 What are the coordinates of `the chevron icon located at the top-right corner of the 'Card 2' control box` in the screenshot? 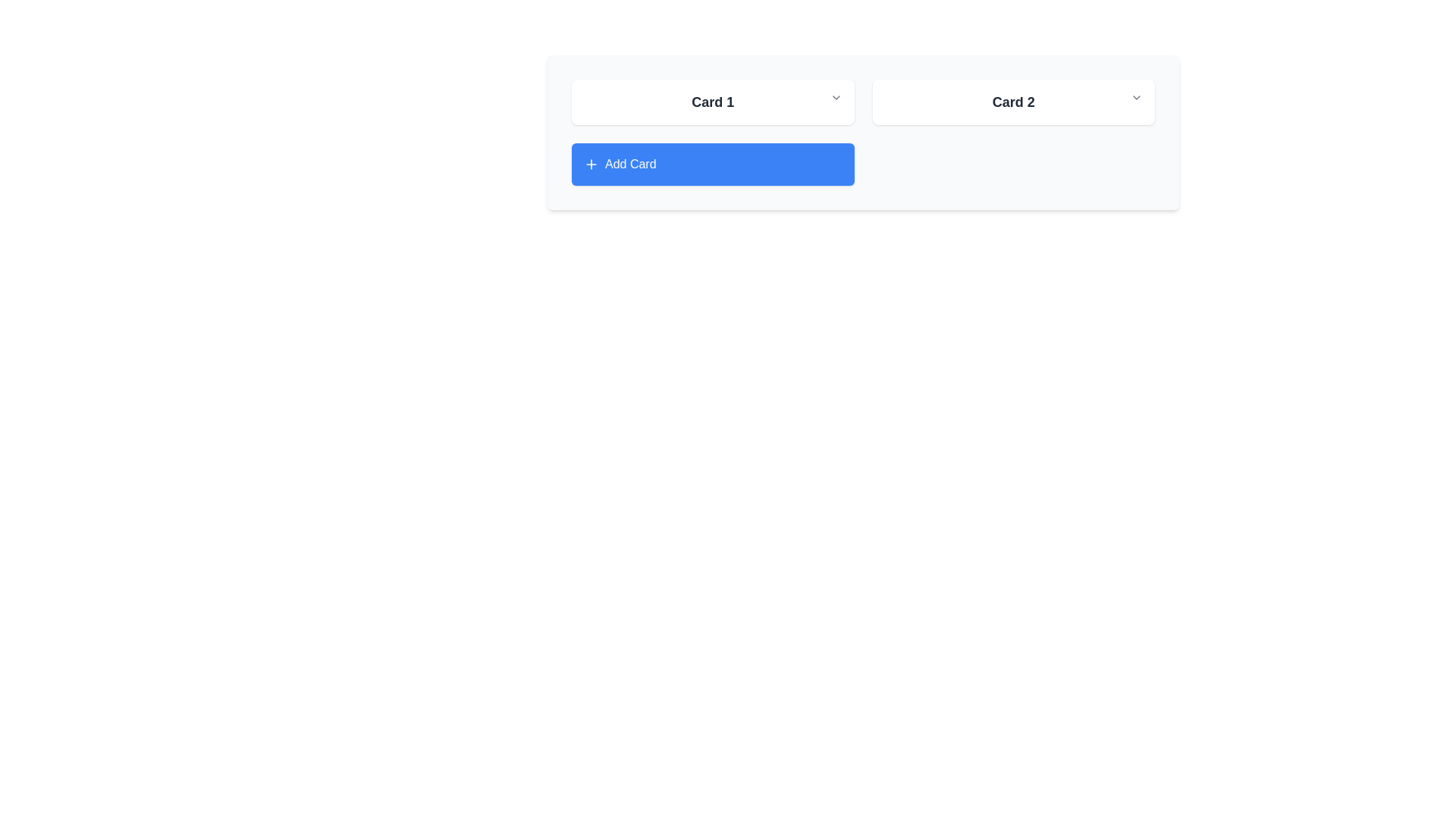 It's located at (1136, 97).